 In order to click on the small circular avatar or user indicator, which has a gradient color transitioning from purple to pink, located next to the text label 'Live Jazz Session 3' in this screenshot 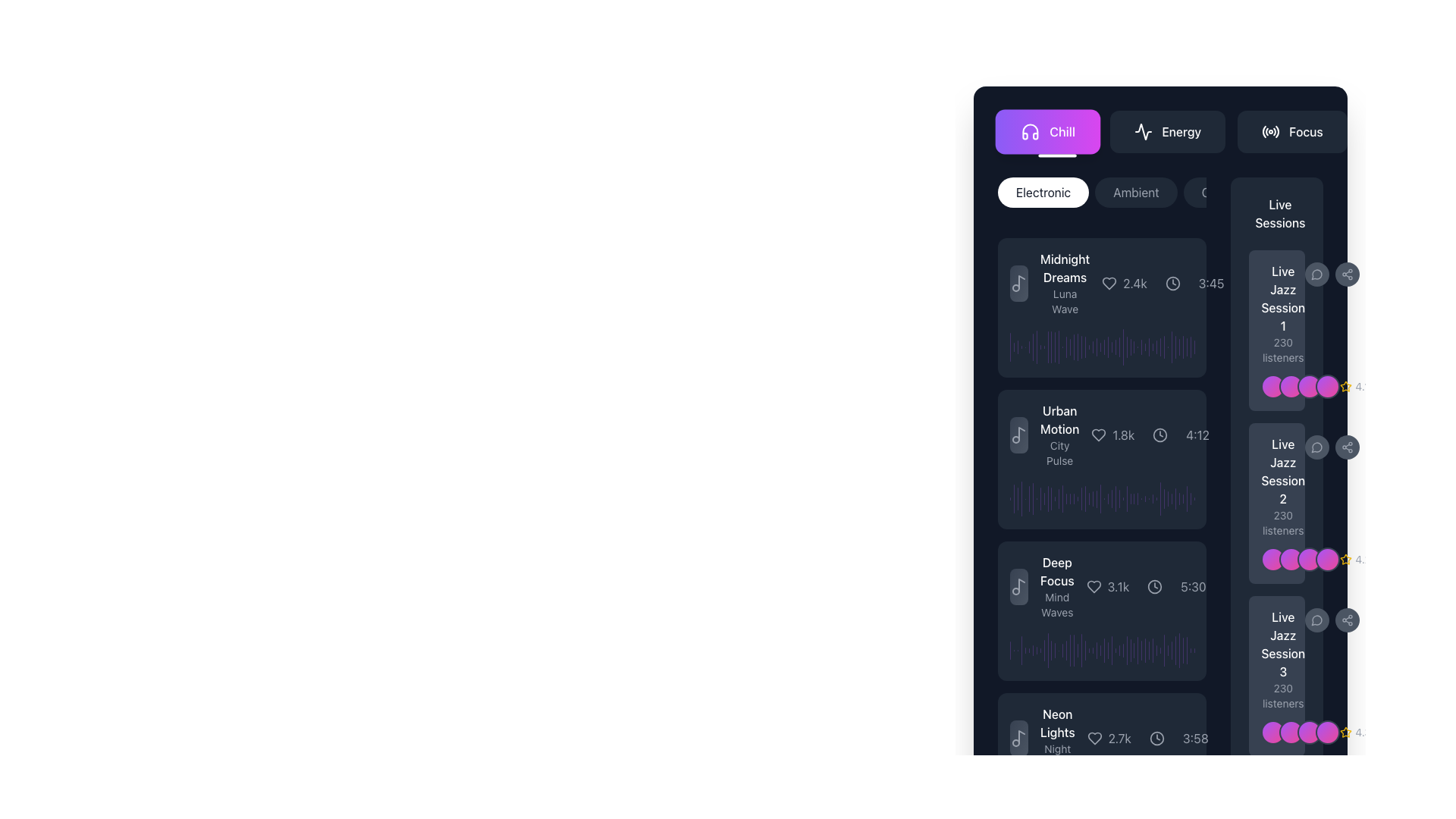, I will do `click(1273, 731)`.